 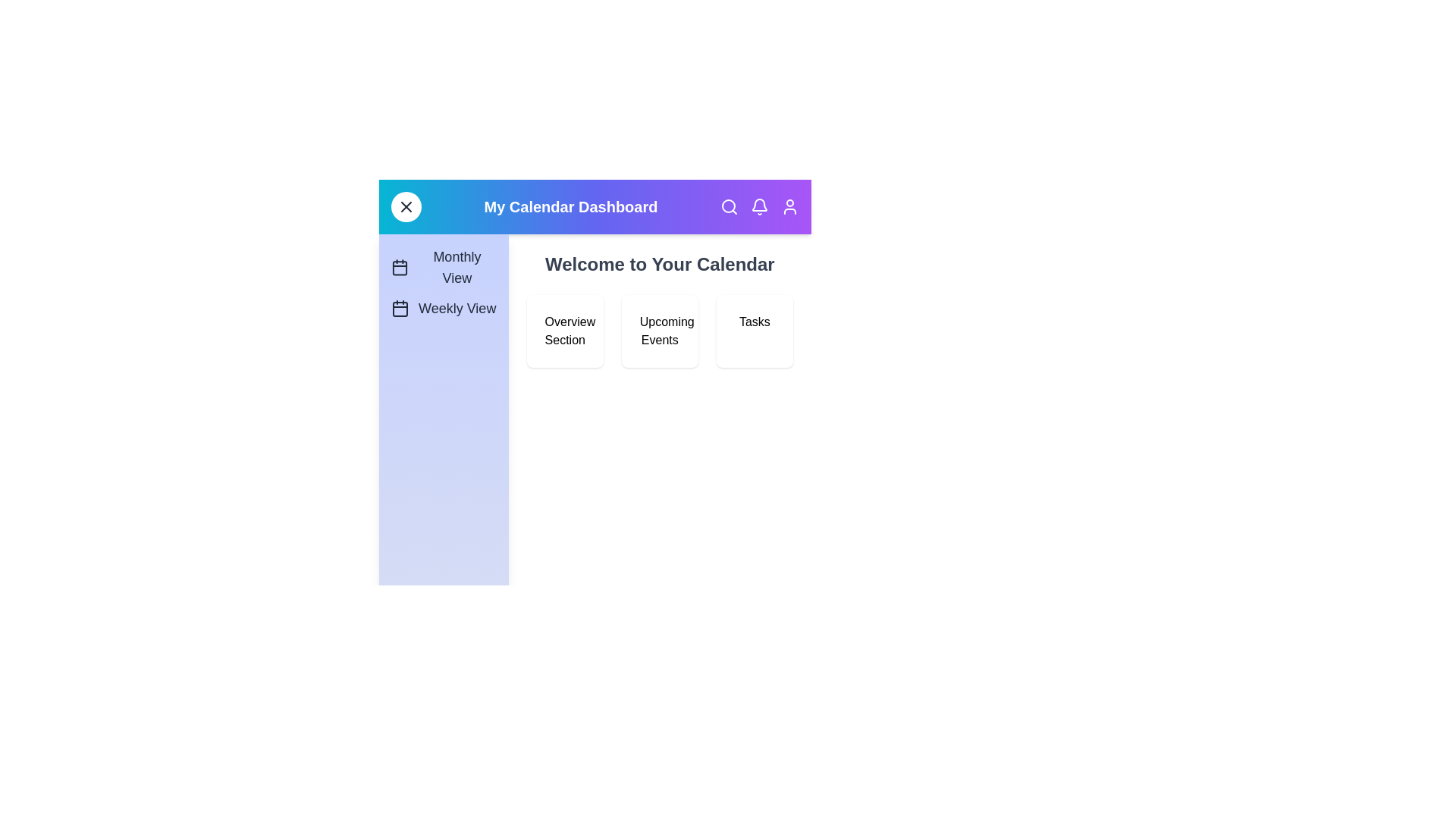 I want to click on the magnifying glass icon button in the top right of the purple navigation bar, so click(x=729, y=207).